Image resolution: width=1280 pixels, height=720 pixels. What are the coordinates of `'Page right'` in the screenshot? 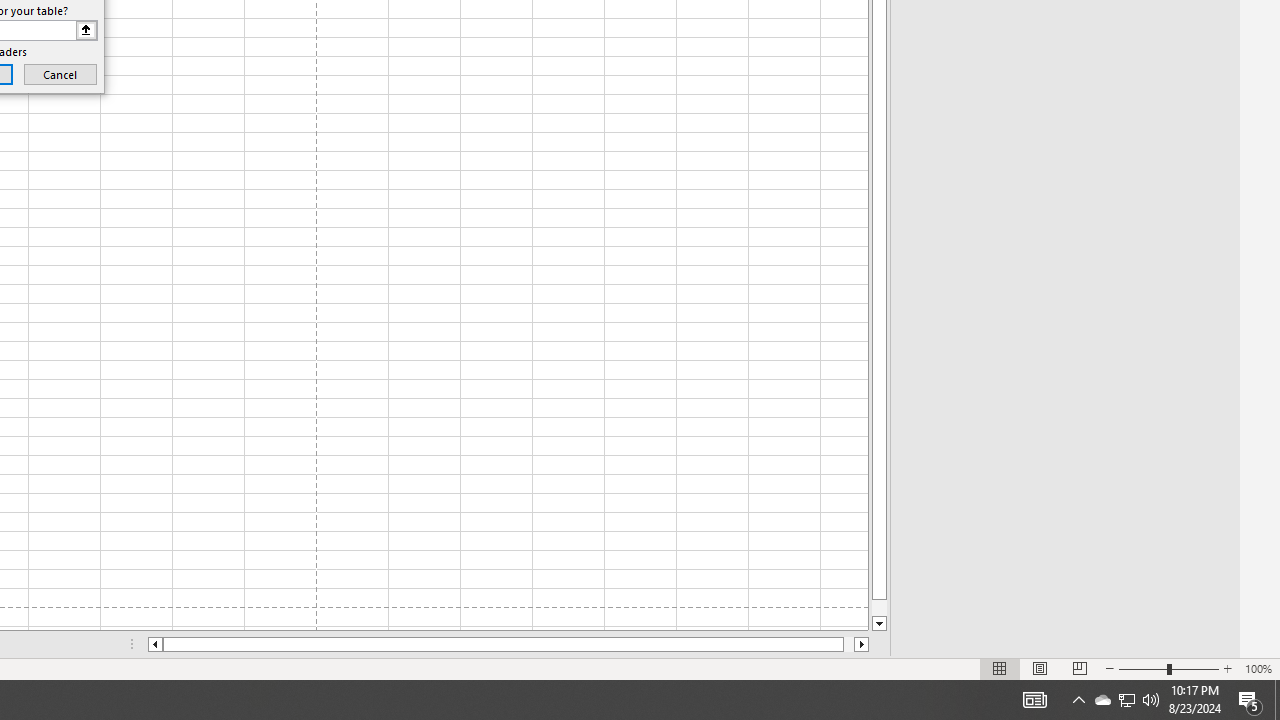 It's located at (848, 644).